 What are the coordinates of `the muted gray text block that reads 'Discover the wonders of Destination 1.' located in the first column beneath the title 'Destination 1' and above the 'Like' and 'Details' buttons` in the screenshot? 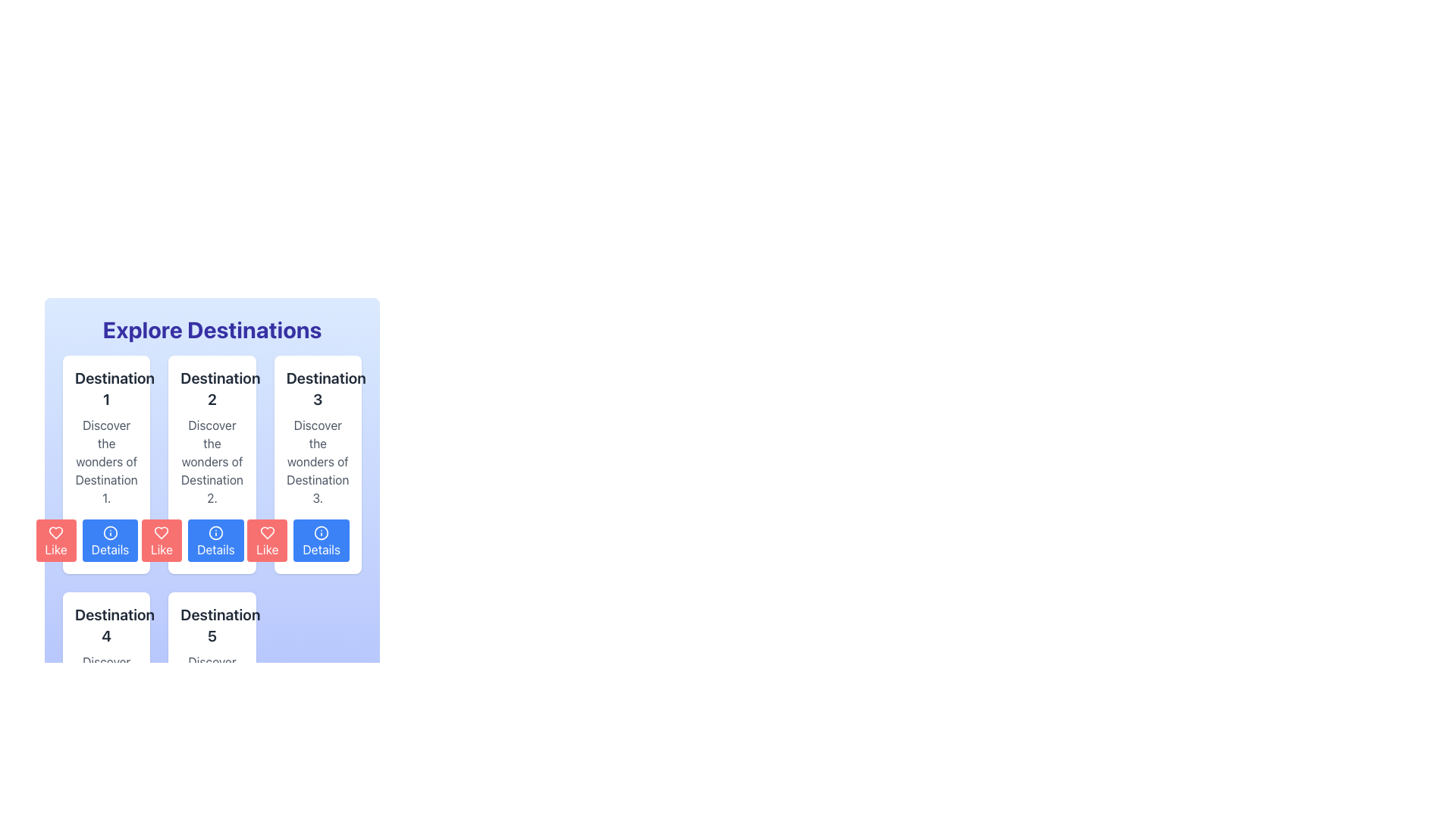 It's located at (105, 461).